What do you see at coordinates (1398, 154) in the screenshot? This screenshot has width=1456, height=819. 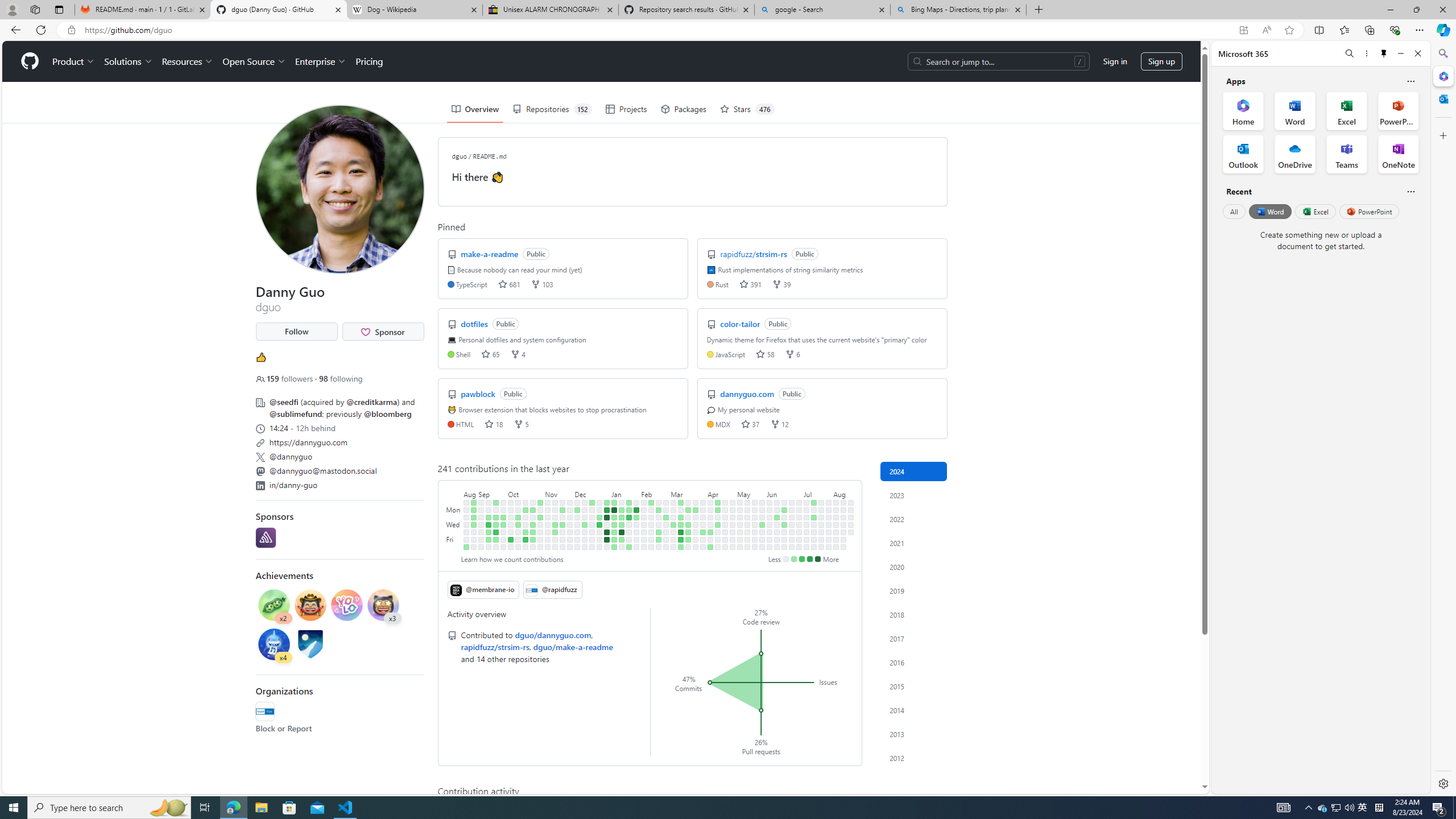 I see `'OneNote Office App'` at bounding box center [1398, 154].